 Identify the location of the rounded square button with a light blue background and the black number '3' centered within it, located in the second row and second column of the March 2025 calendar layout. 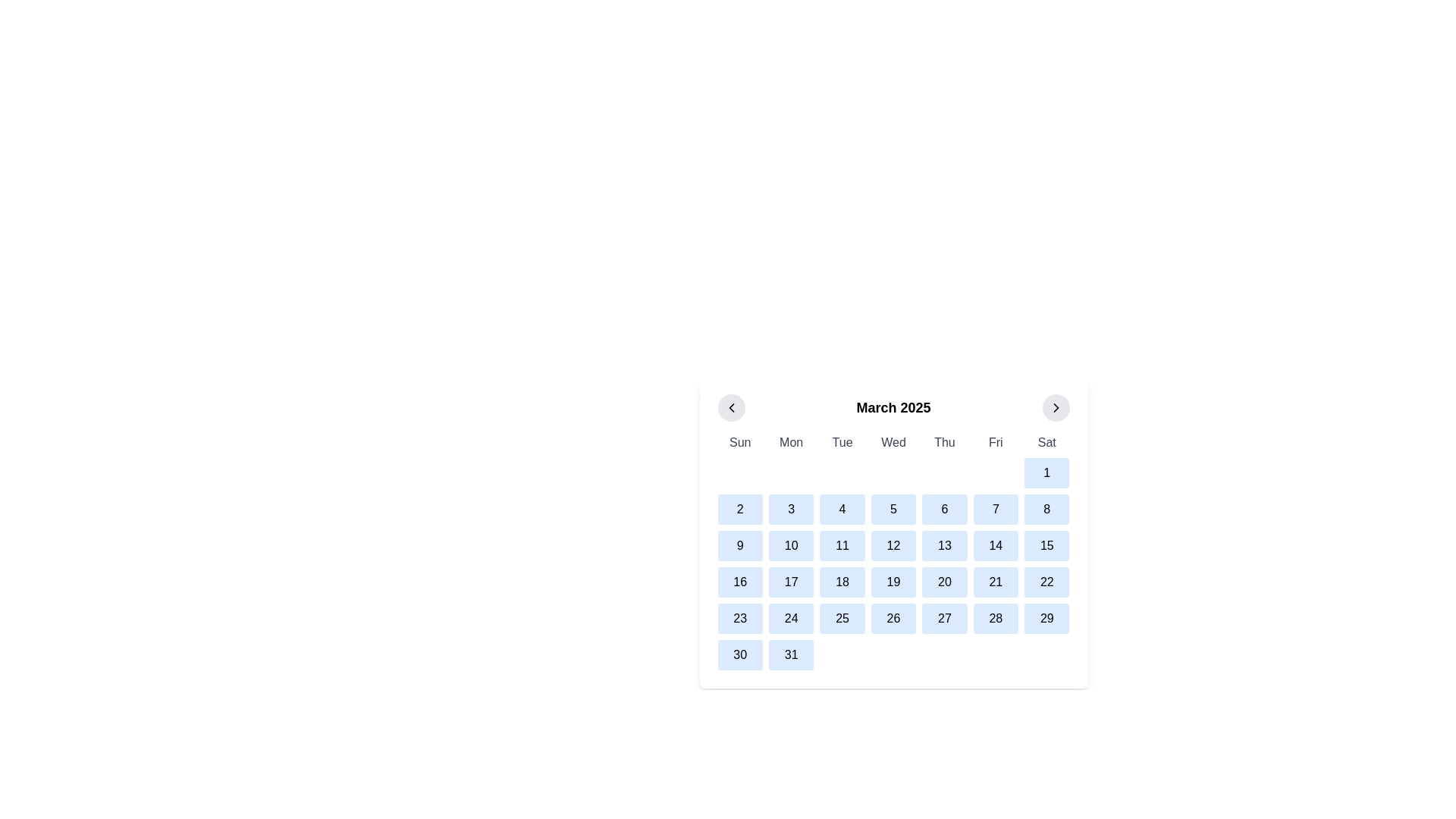
(790, 509).